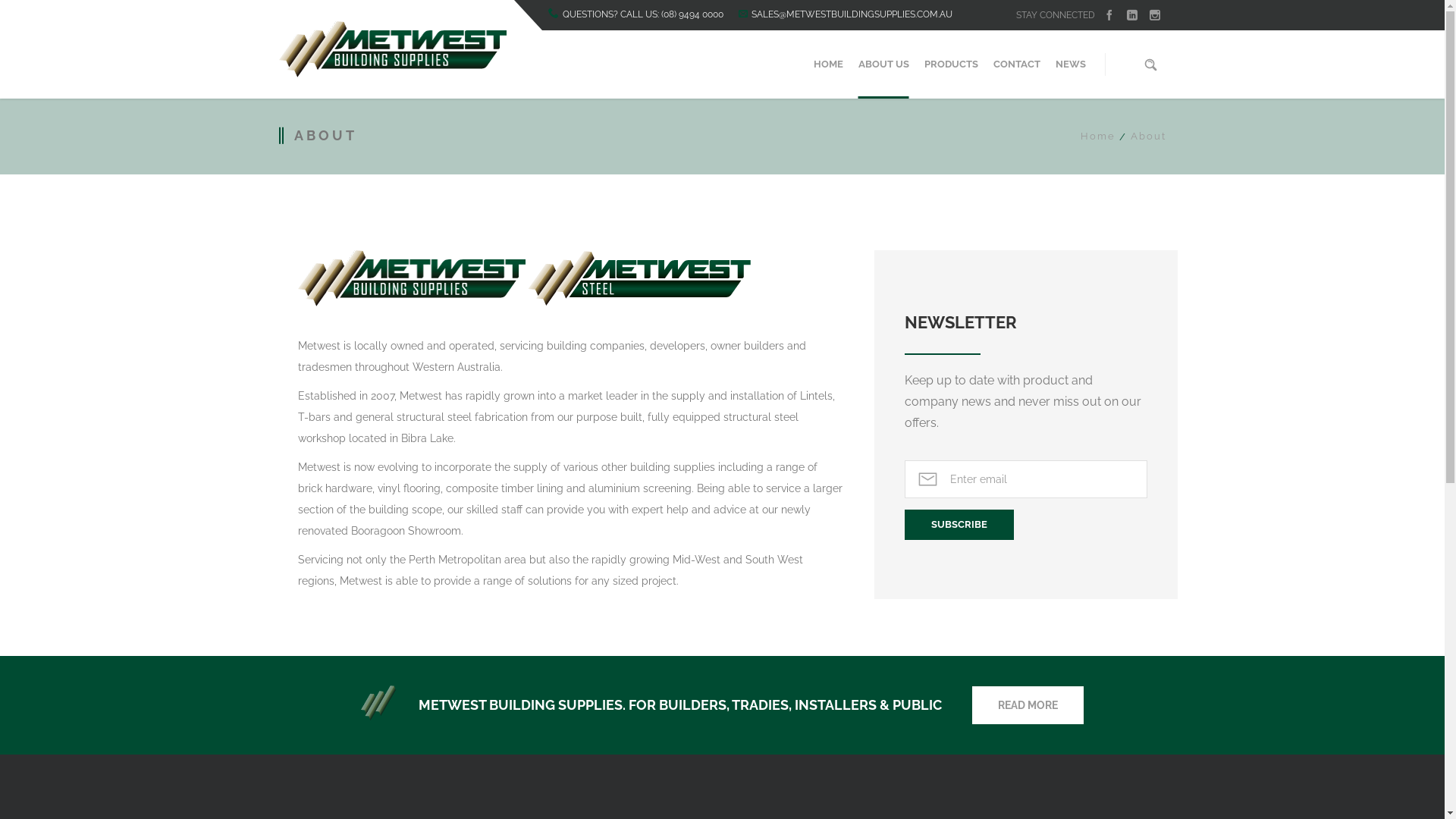 The image size is (1456, 819). I want to click on 'CONTACT', so click(1016, 63).